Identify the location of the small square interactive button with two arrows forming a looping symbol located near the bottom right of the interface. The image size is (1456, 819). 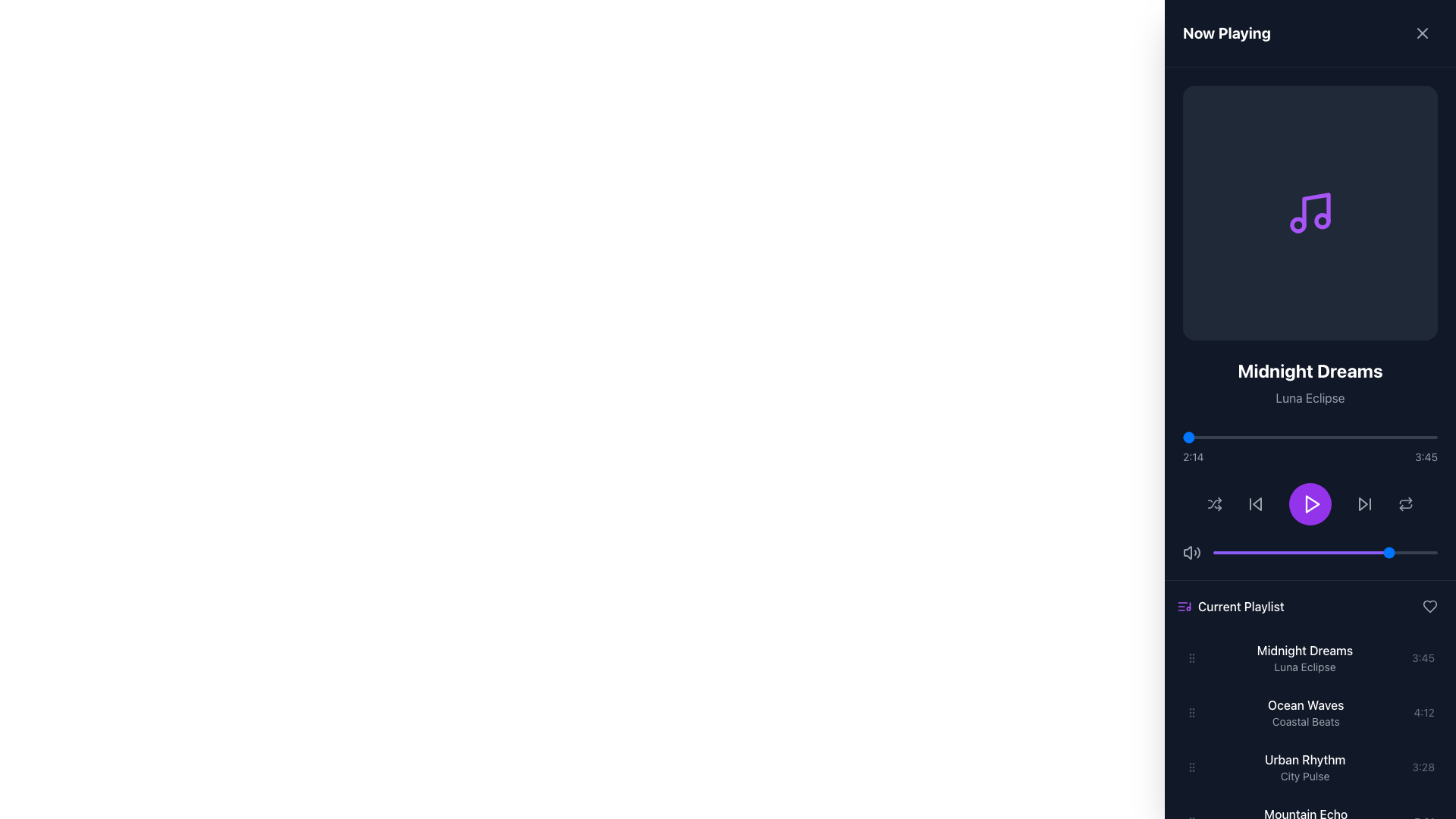
(1404, 504).